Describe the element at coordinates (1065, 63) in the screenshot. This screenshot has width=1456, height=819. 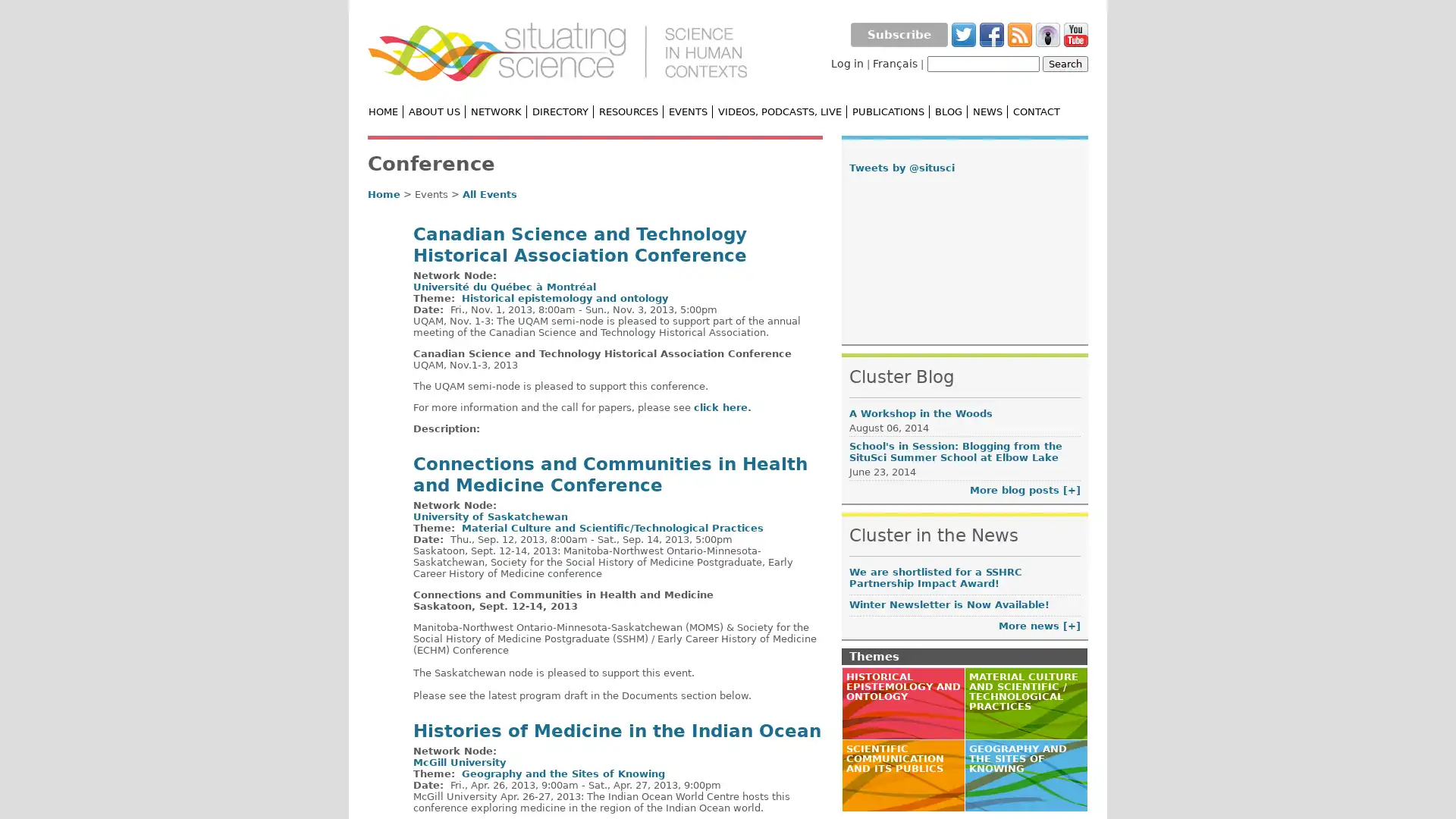
I see `Search` at that location.